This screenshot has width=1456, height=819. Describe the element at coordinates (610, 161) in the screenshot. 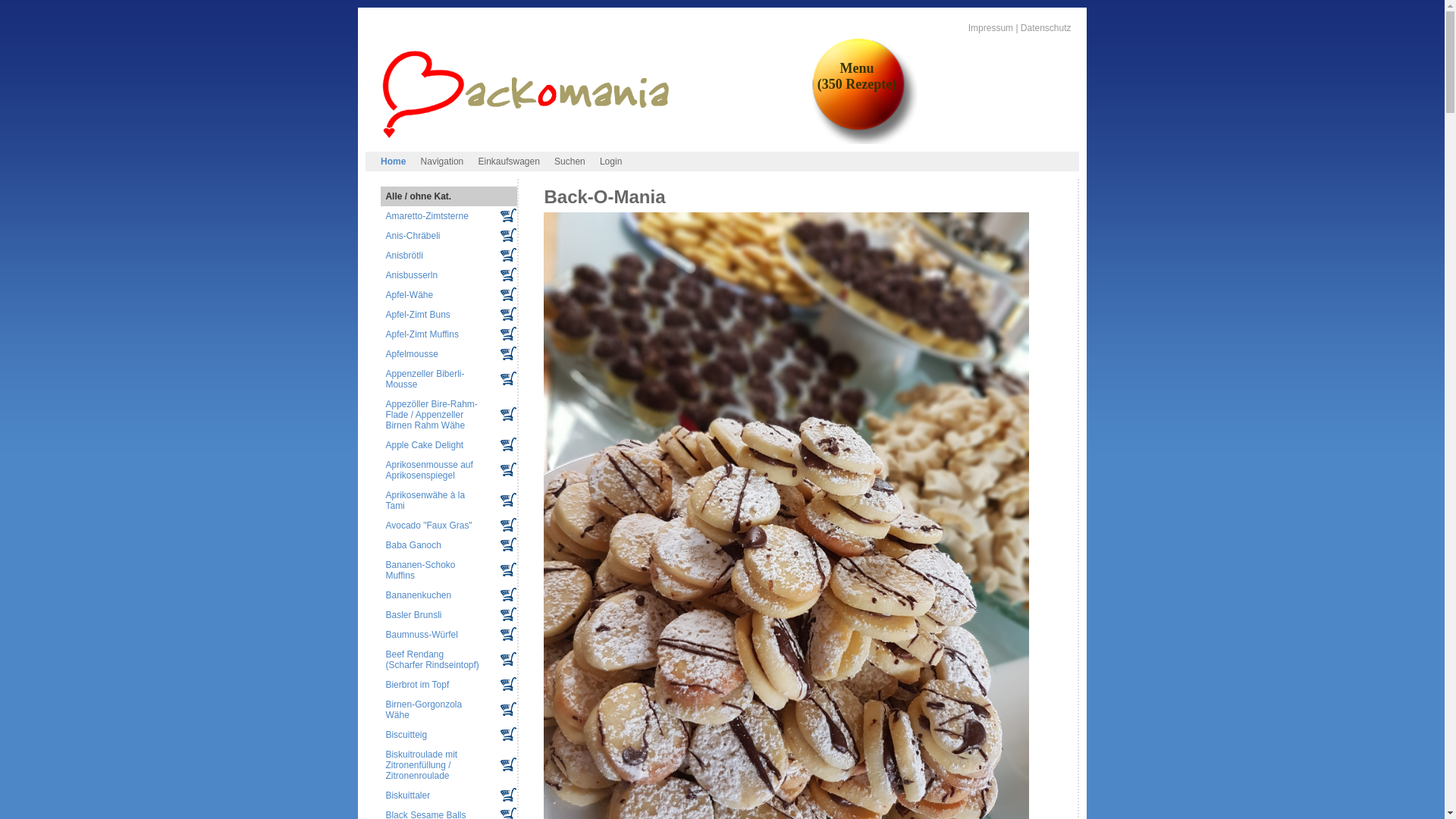

I see `'Login'` at that location.